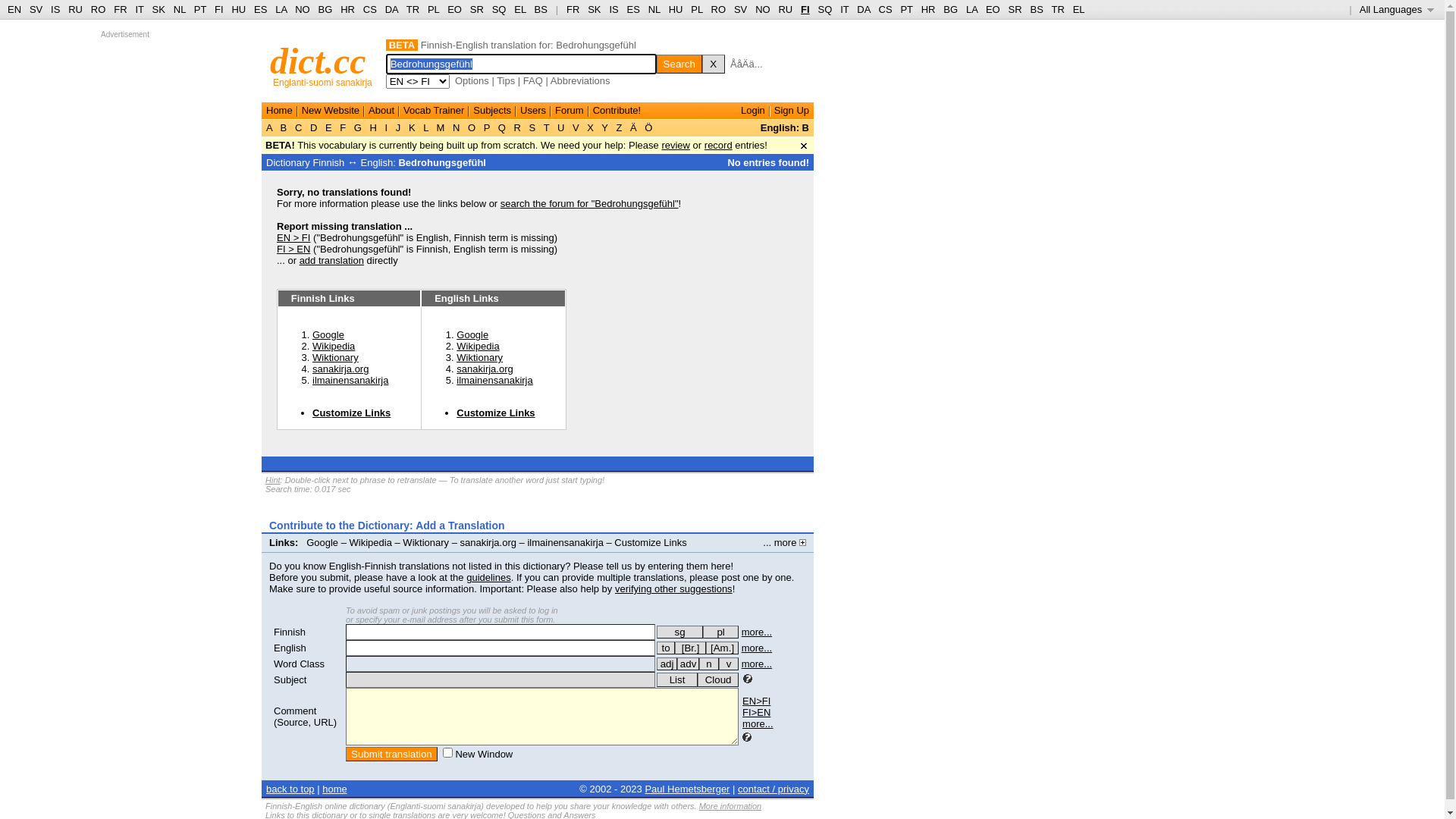  What do you see at coordinates (472, 334) in the screenshot?
I see `'Google'` at bounding box center [472, 334].